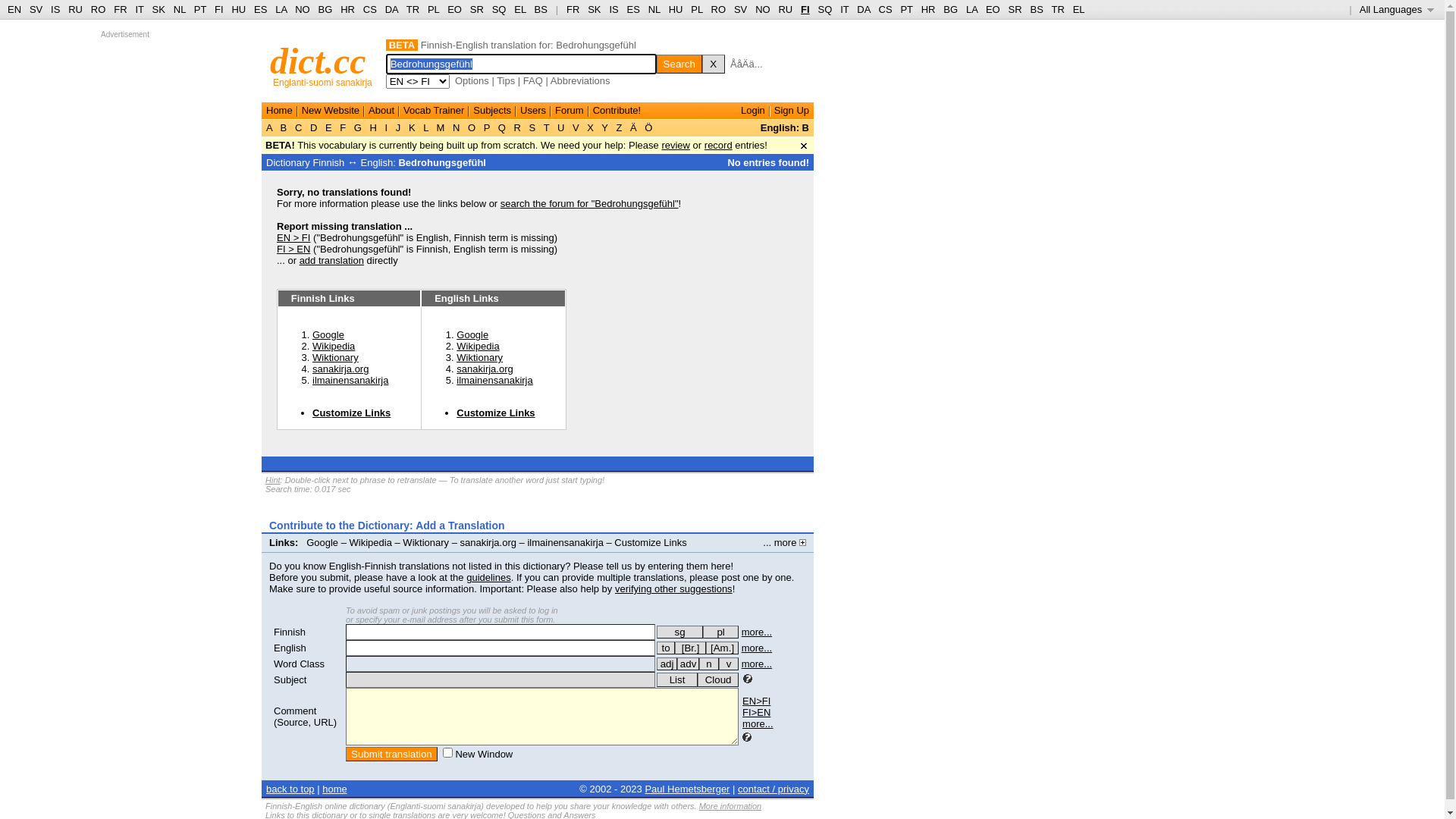  What do you see at coordinates (472, 334) in the screenshot?
I see `'Google'` at bounding box center [472, 334].